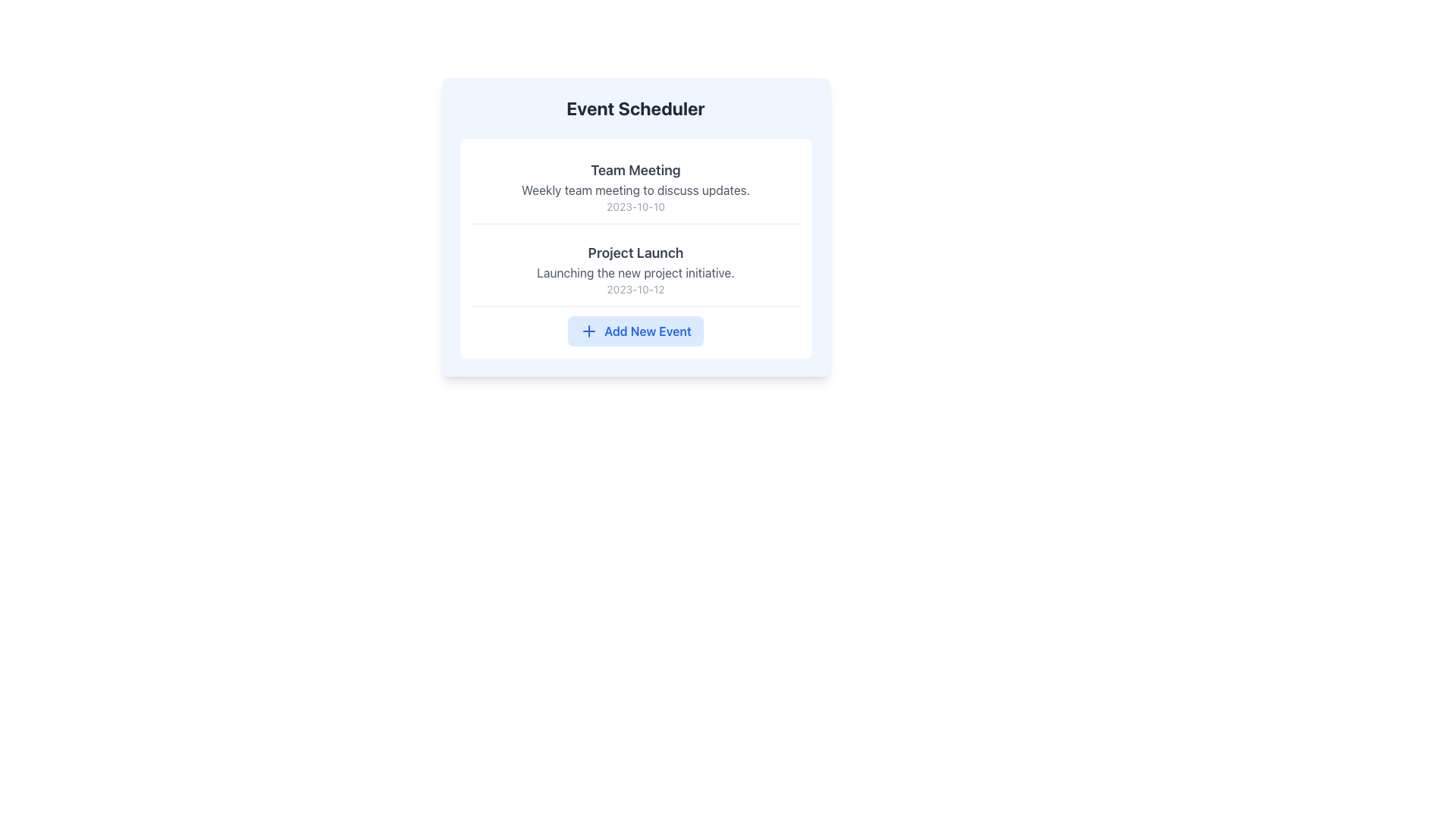  Describe the element at coordinates (588, 330) in the screenshot. I see `the plus icon inside the 'Add New Event' button located at the bottom-center of the 'Event Scheduler' panel to initiate the add action` at that location.